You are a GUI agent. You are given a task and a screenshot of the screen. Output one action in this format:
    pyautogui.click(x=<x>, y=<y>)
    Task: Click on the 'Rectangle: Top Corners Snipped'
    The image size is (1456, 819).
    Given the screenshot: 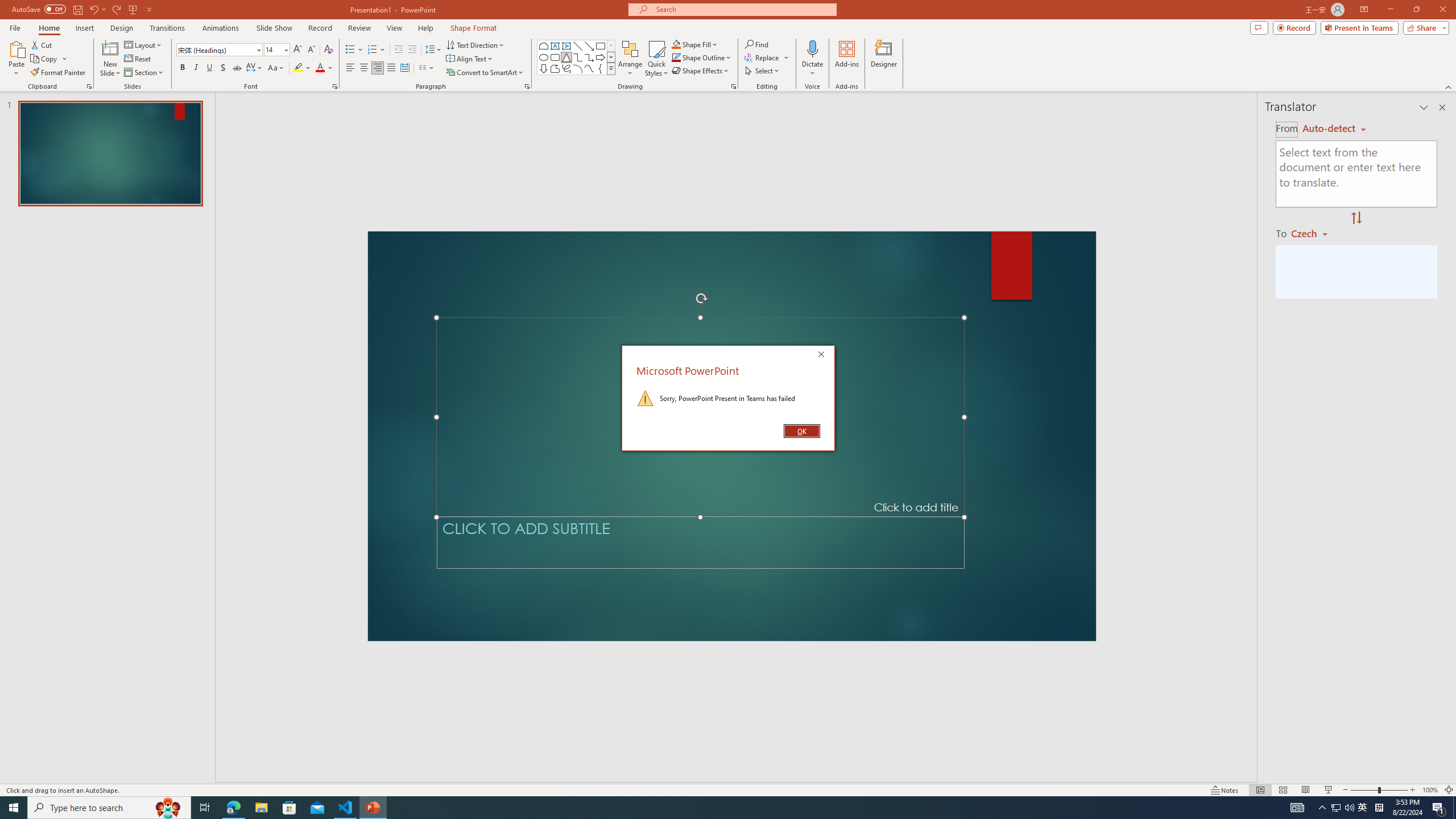 What is the action you would take?
    pyautogui.click(x=543, y=45)
    